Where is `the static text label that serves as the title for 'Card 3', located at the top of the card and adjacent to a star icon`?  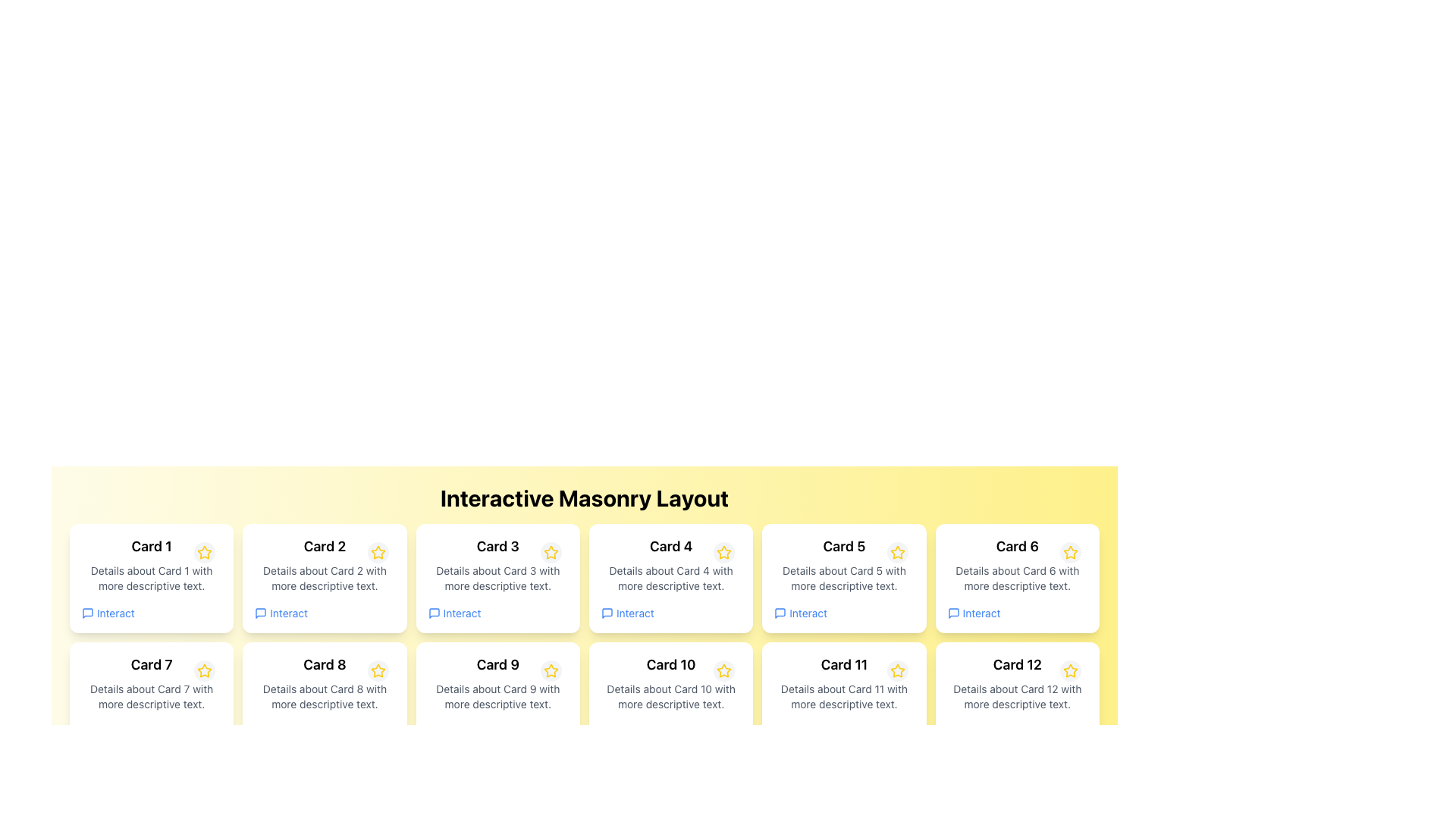 the static text label that serves as the title for 'Card 3', located at the top of the card and adjacent to a star icon is located at coordinates (497, 547).